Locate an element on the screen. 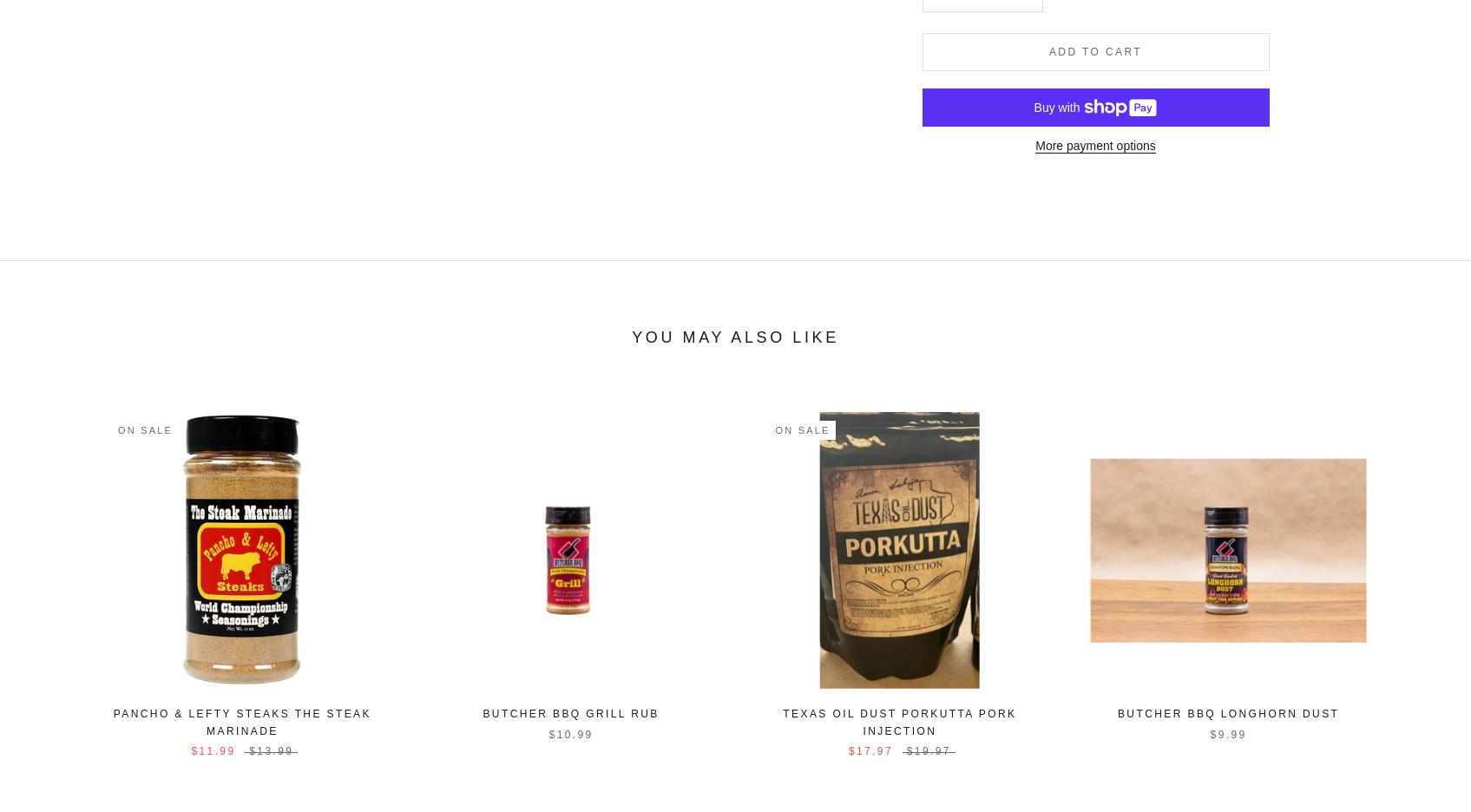 The image size is (1471, 812). 'Buy with' is located at coordinates (1058, 108).